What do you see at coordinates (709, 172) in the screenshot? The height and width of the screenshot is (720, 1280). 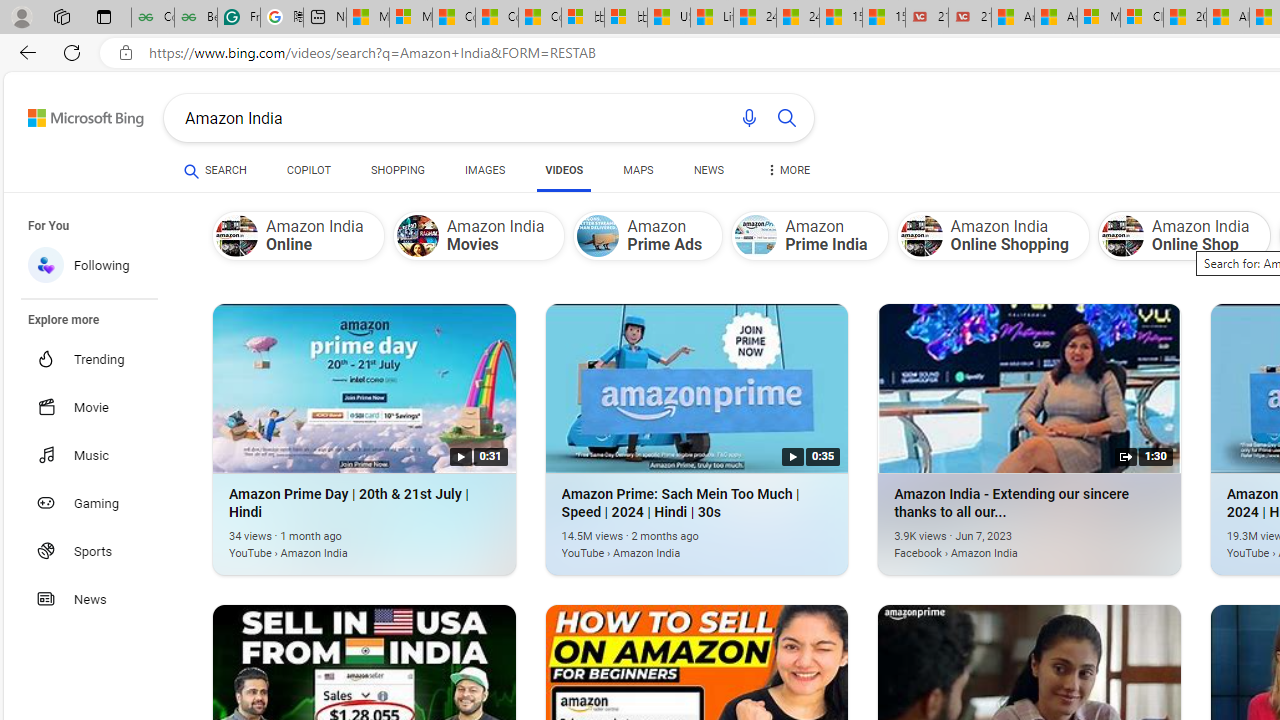 I see `'NEWS'` at bounding box center [709, 172].